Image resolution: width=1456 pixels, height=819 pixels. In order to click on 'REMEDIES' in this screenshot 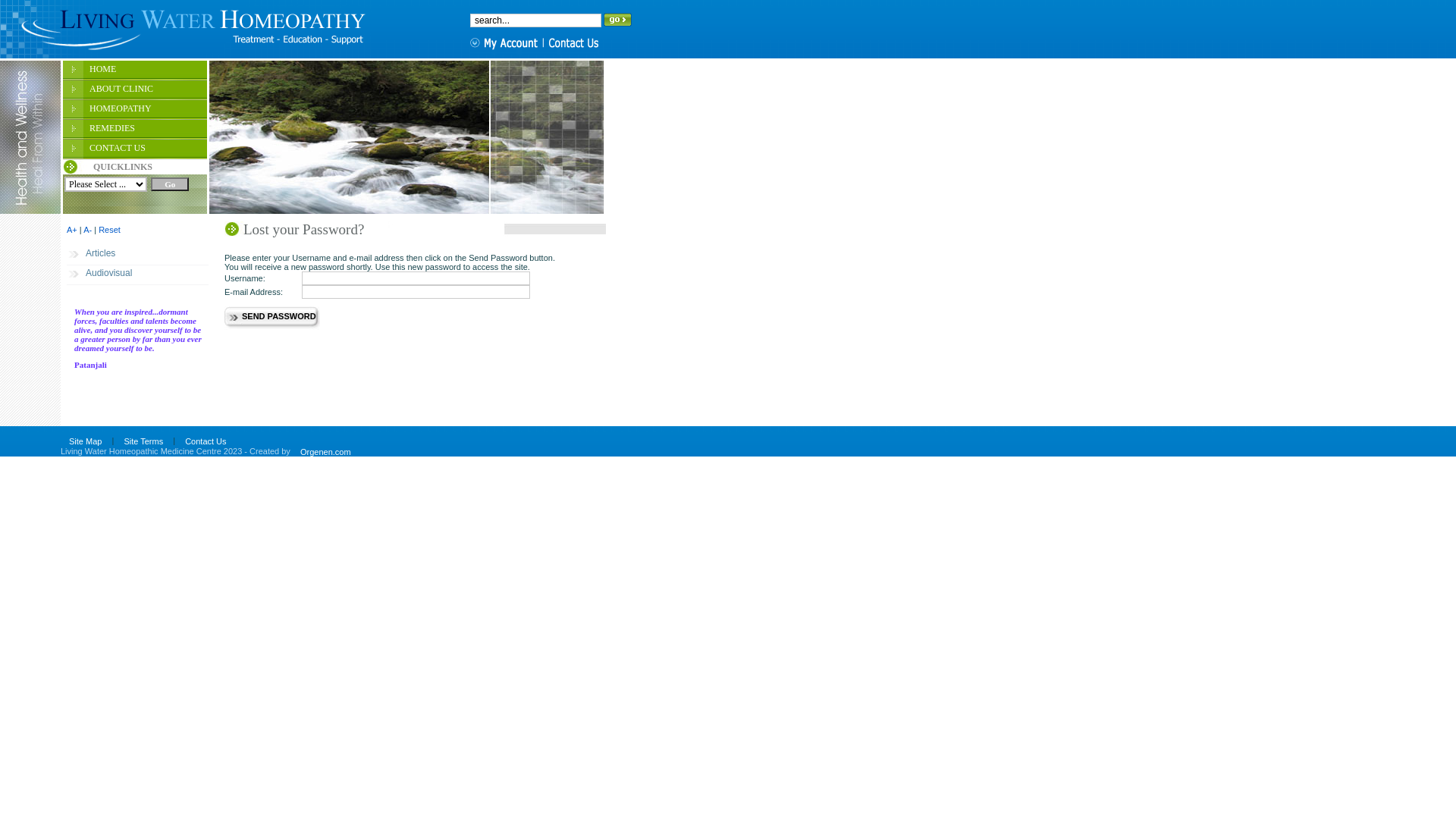, I will do `click(134, 128)`.